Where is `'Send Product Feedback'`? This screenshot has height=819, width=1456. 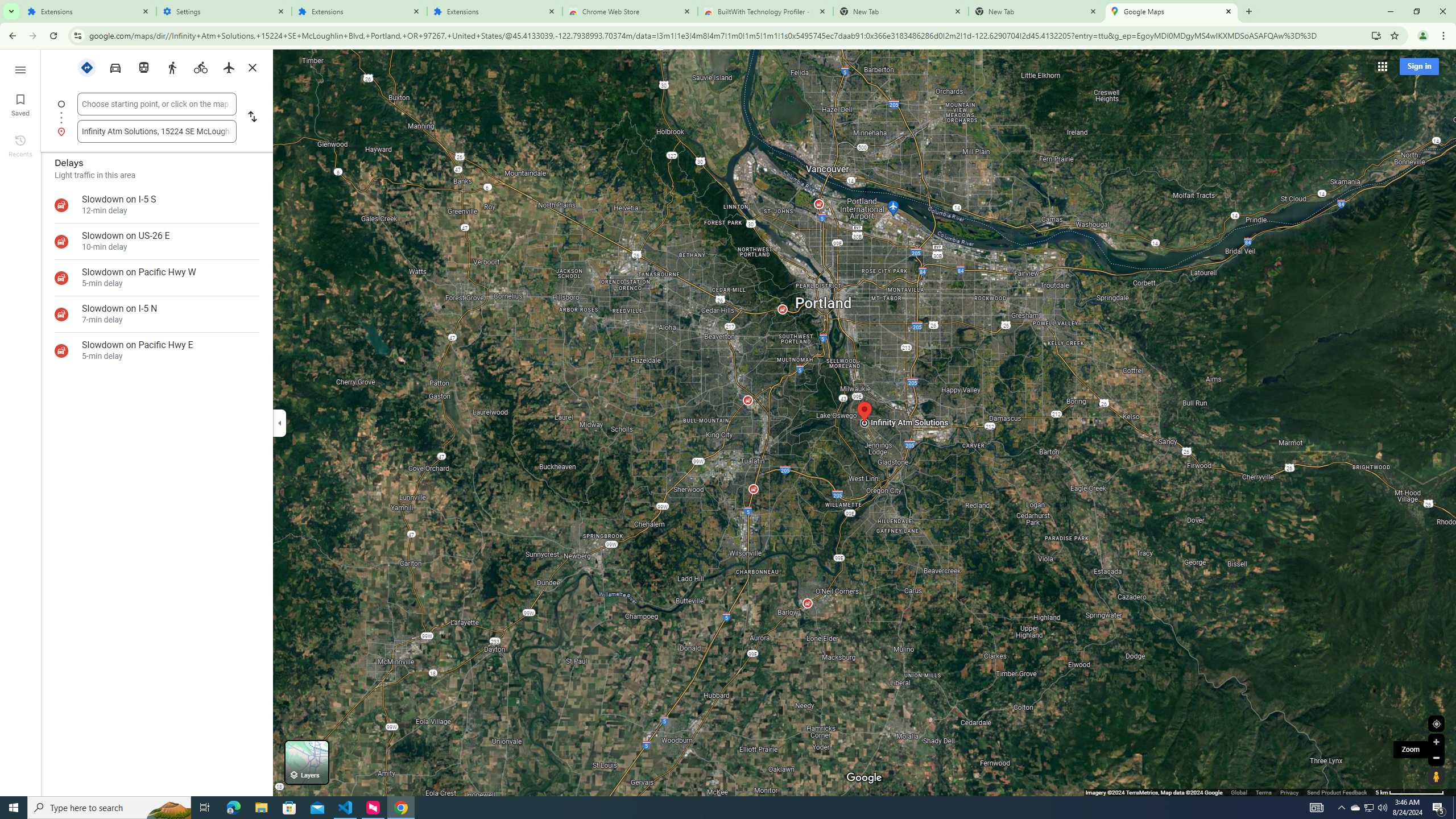 'Send Product Feedback' is located at coordinates (1337, 792).